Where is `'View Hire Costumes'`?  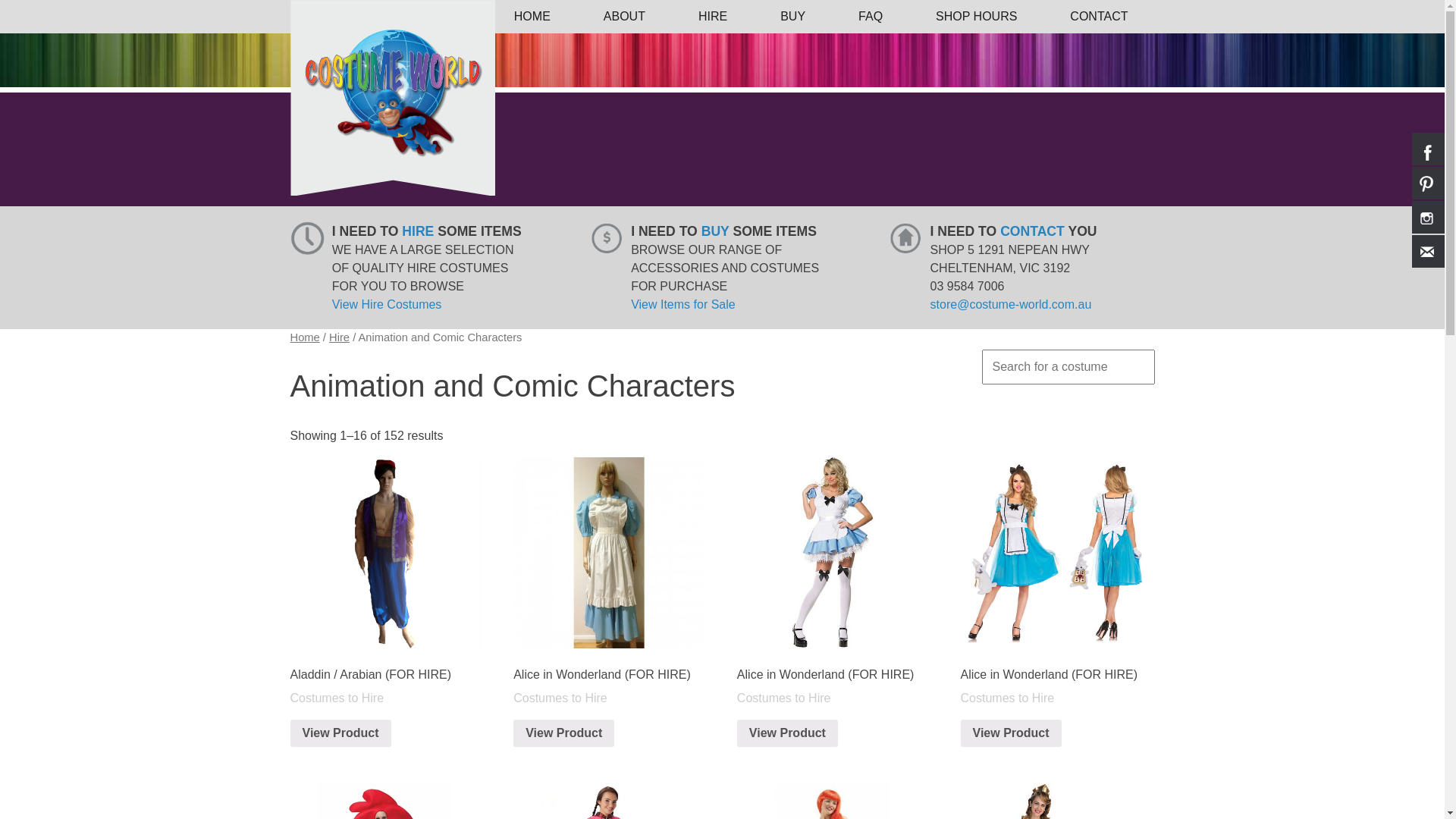 'View Hire Costumes' is located at coordinates (387, 304).